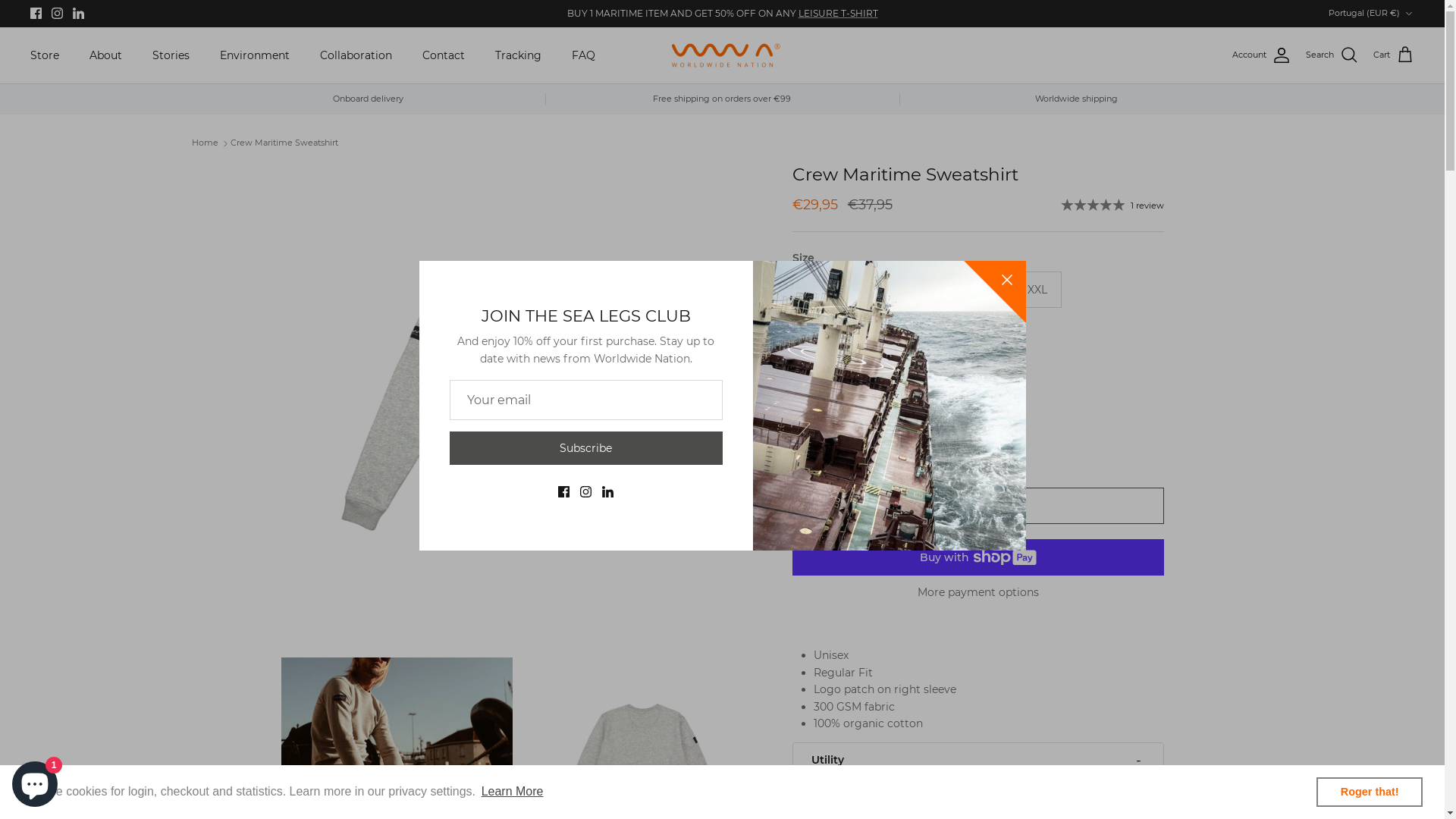 The width and height of the screenshot is (1456, 819). What do you see at coordinates (1059, 205) in the screenshot?
I see `'1 review'` at bounding box center [1059, 205].